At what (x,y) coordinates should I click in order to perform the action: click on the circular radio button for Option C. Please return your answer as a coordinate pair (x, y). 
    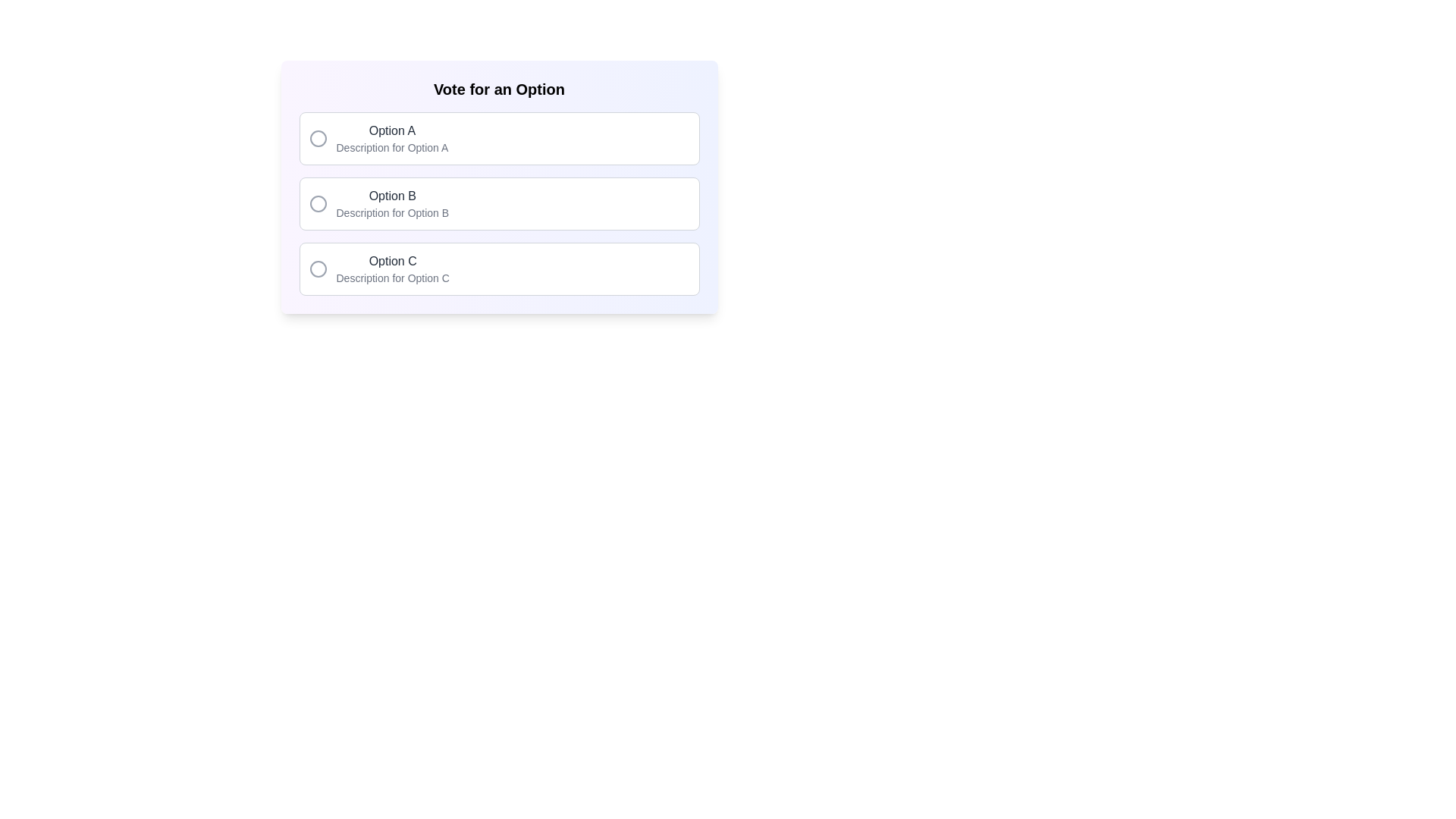
    Looking at the image, I should click on (317, 268).